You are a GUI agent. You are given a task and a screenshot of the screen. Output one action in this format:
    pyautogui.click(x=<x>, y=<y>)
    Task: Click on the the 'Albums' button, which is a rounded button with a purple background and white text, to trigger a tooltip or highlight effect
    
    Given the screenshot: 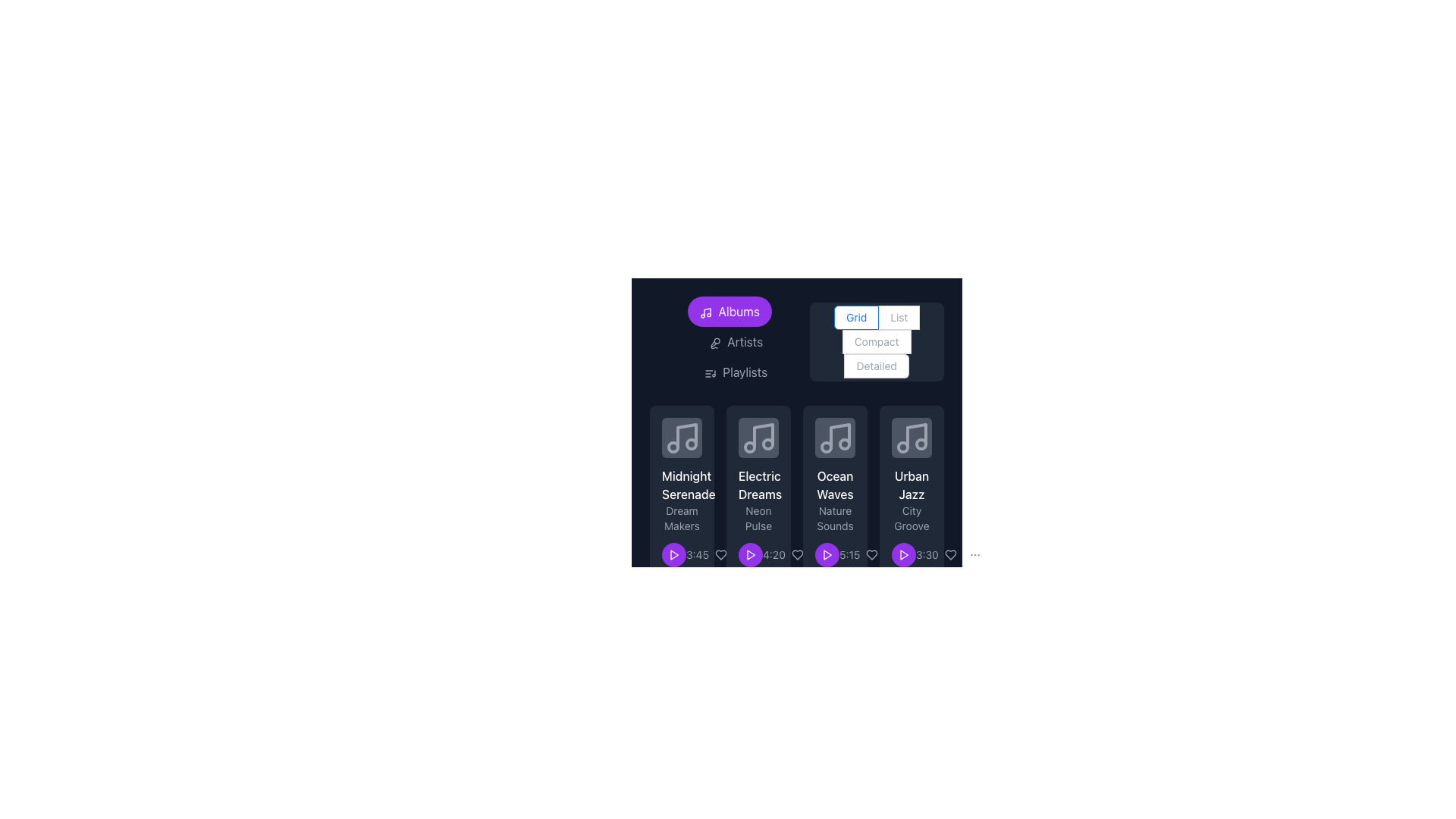 What is the action you would take?
    pyautogui.click(x=730, y=311)
    